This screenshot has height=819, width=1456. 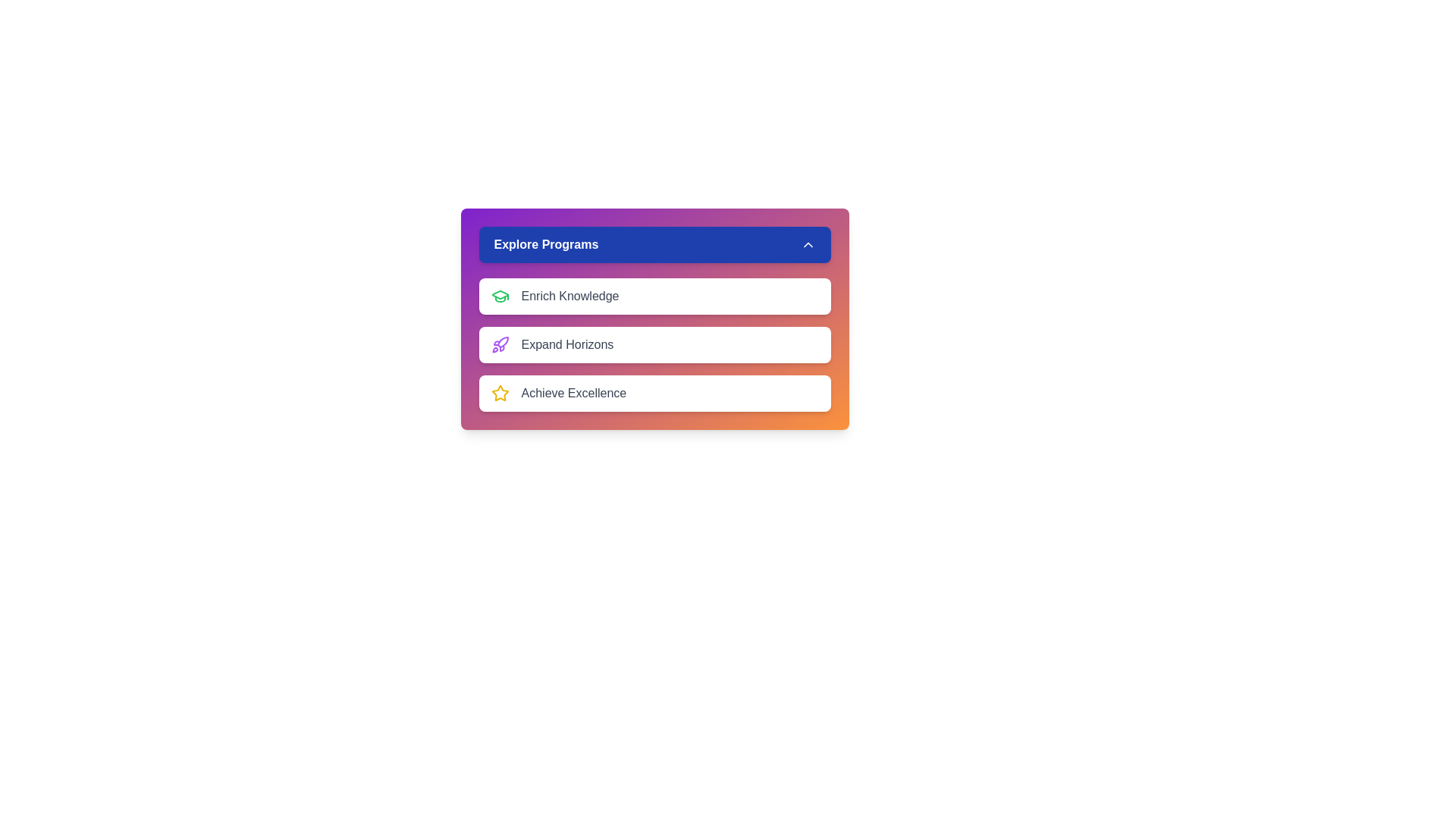 I want to click on text label displaying 'Achieve Excellence' located in the bottom row of the list within the card-like layout, positioned to the right of a yellow star icon, so click(x=573, y=393).